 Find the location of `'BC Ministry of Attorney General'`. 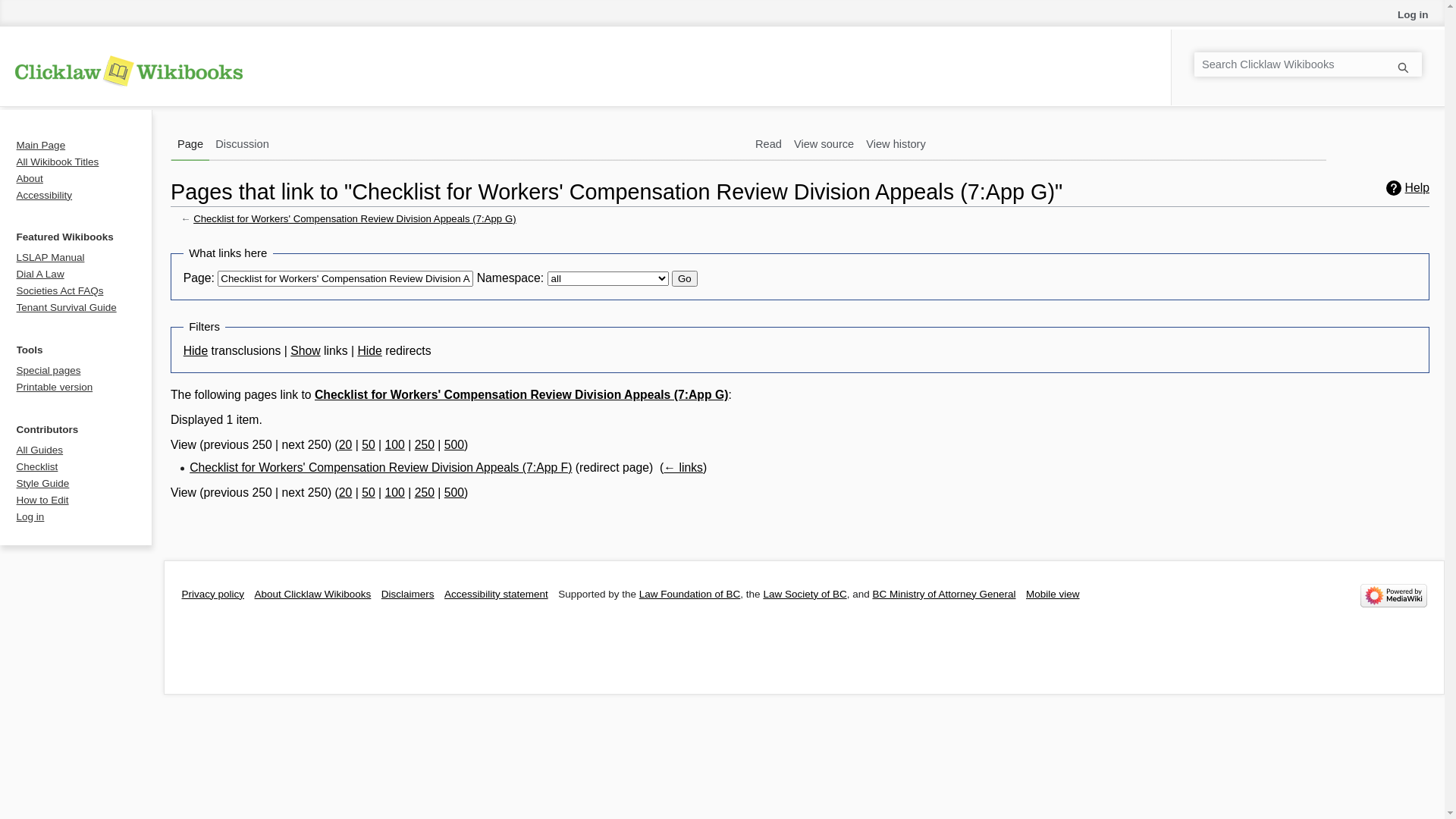

'BC Ministry of Attorney General' is located at coordinates (943, 593).